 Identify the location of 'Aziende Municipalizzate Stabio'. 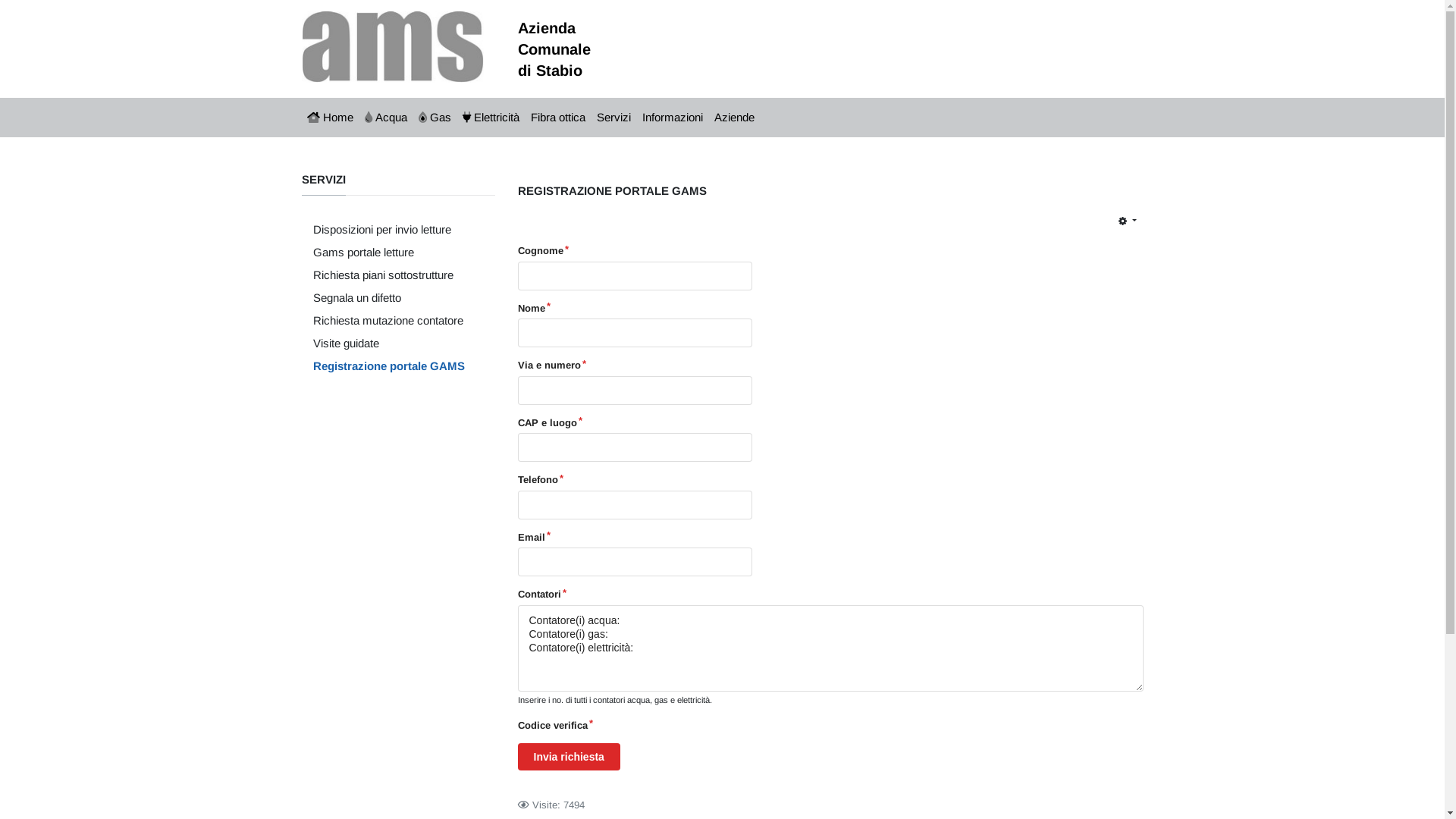
(393, 45).